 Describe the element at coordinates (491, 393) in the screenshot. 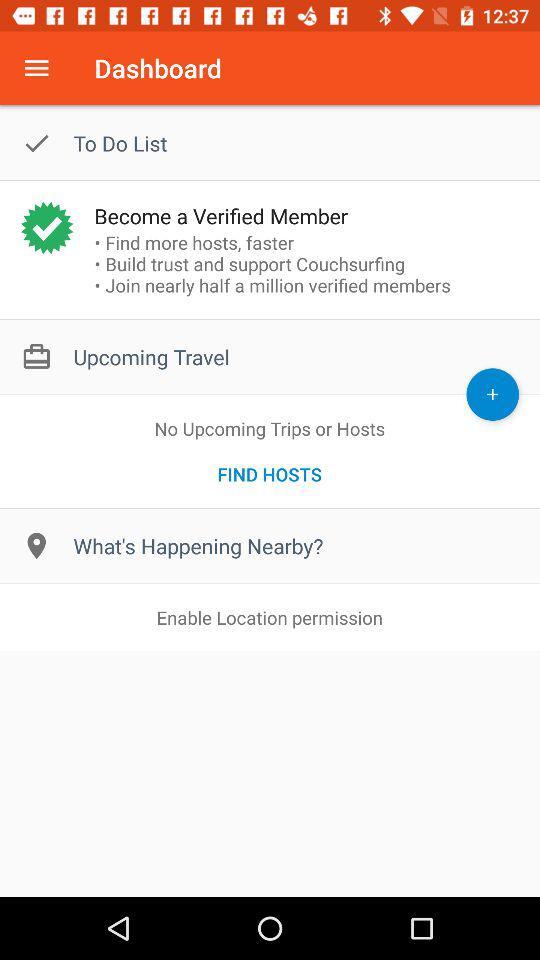

I see `the point` at that location.